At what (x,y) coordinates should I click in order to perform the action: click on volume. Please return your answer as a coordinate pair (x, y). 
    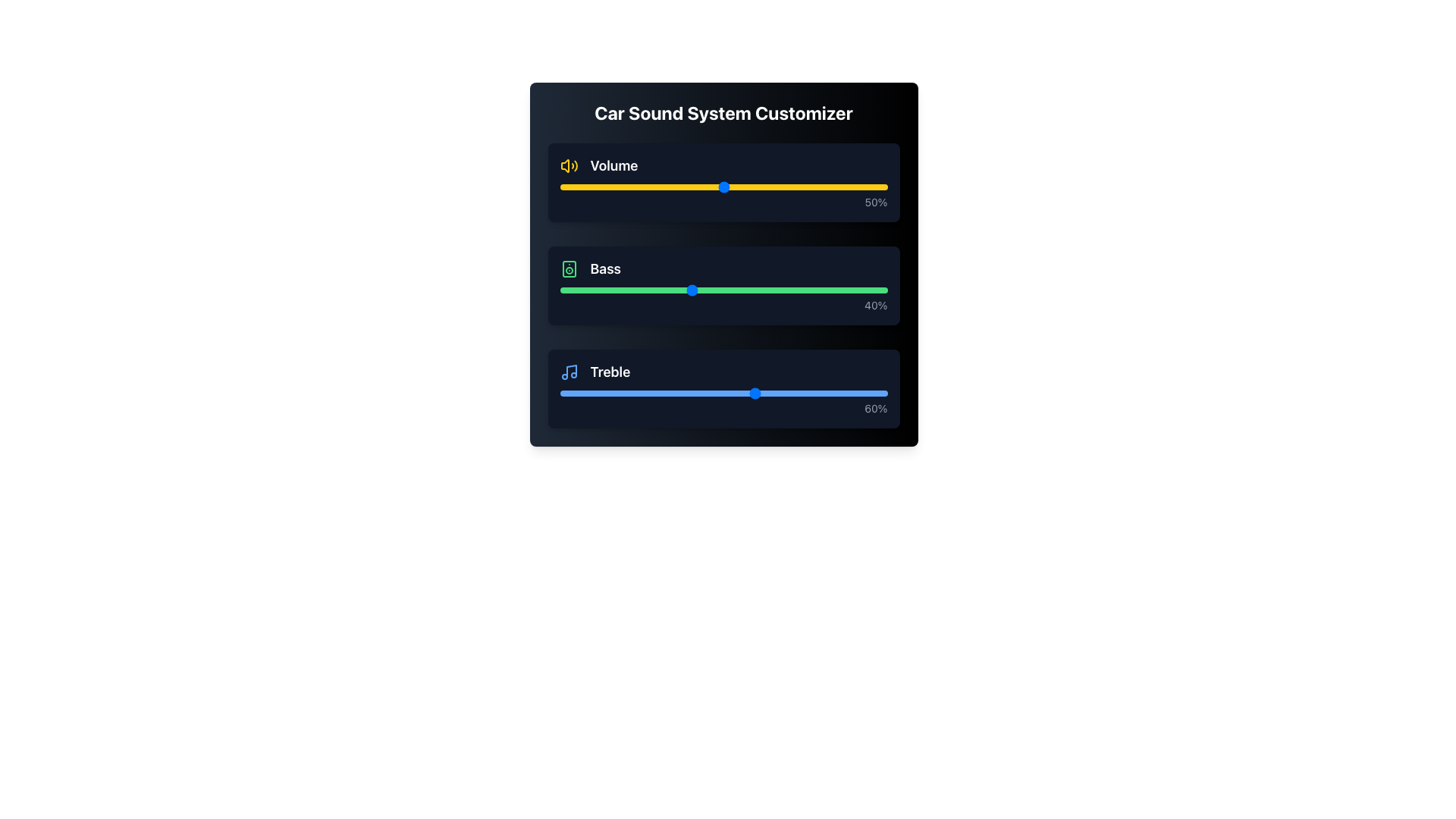
    Looking at the image, I should click on (827, 186).